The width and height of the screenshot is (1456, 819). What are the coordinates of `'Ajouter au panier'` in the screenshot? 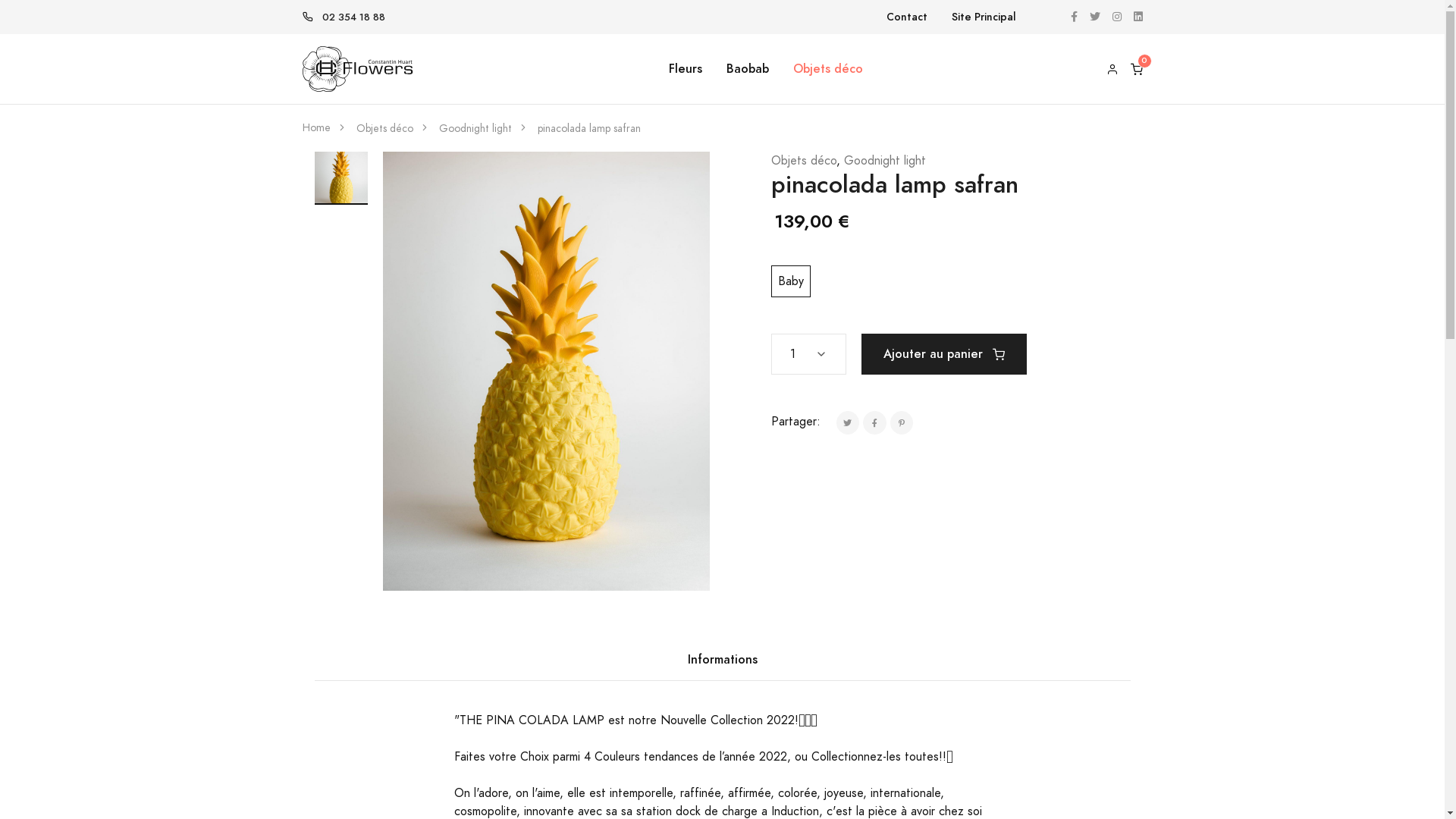 It's located at (943, 353).